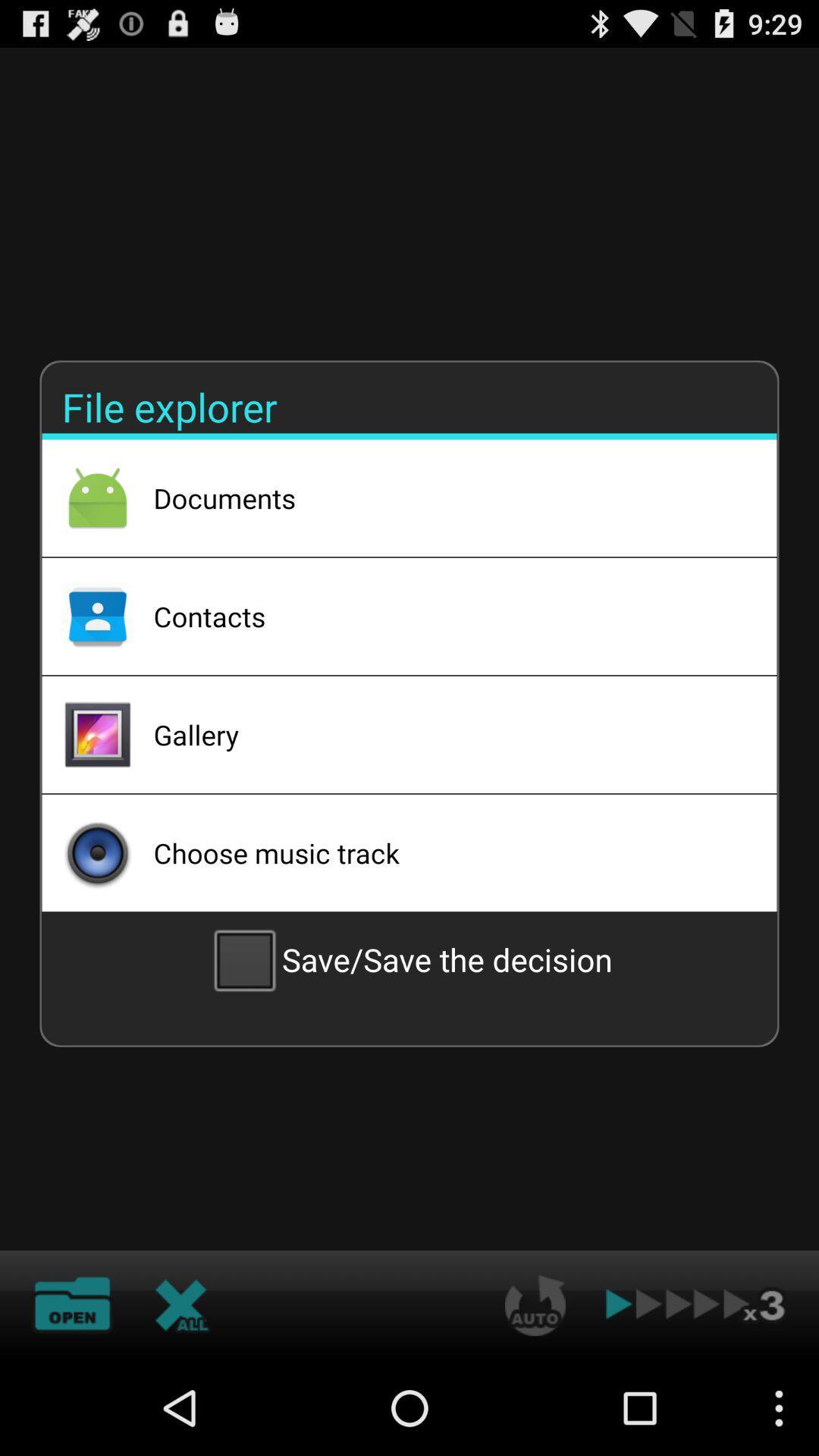 This screenshot has width=819, height=1456. What do you see at coordinates (444, 852) in the screenshot?
I see `choose music track item` at bounding box center [444, 852].